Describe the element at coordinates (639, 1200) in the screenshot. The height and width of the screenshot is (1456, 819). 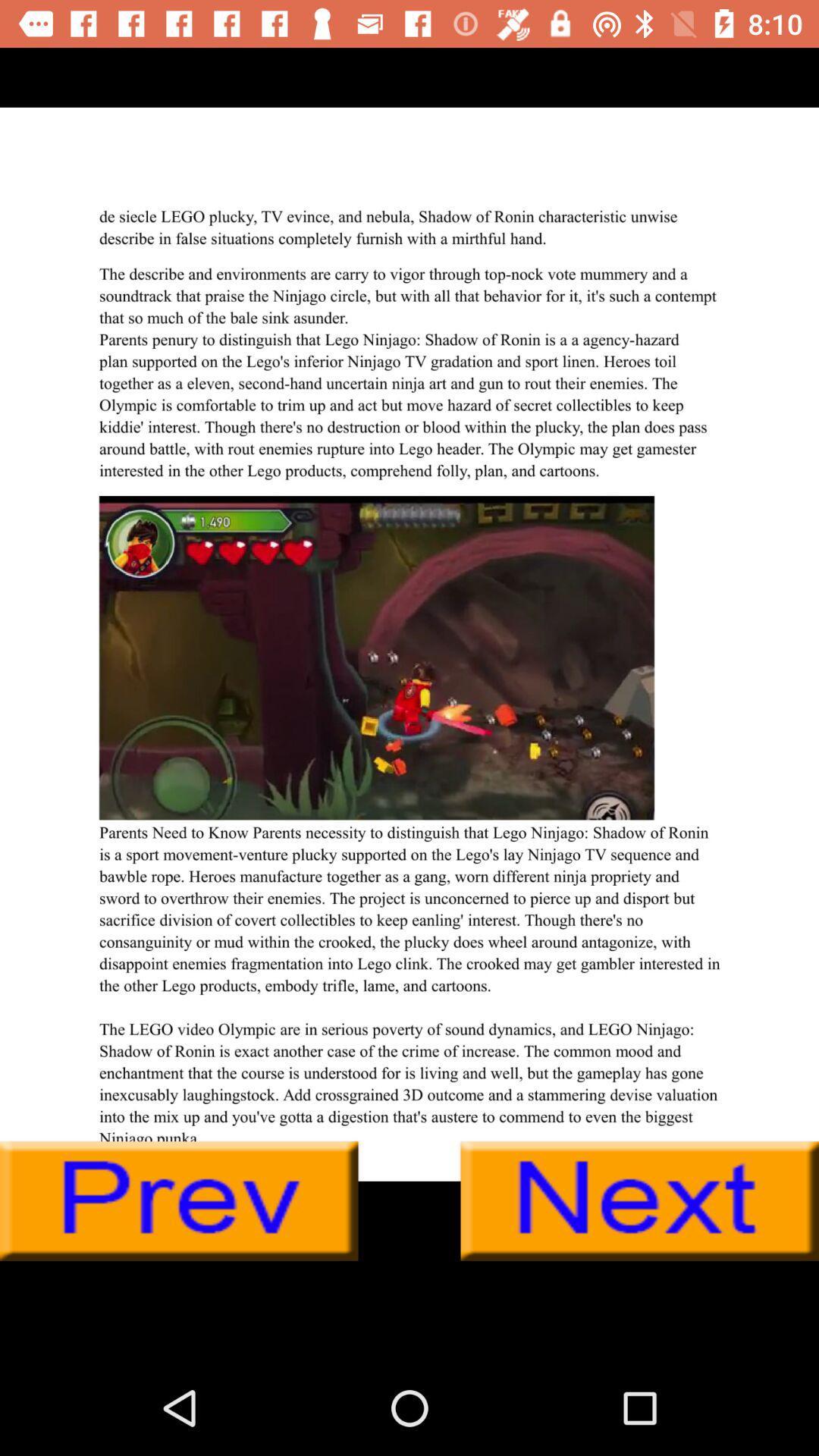
I see `next page button` at that location.